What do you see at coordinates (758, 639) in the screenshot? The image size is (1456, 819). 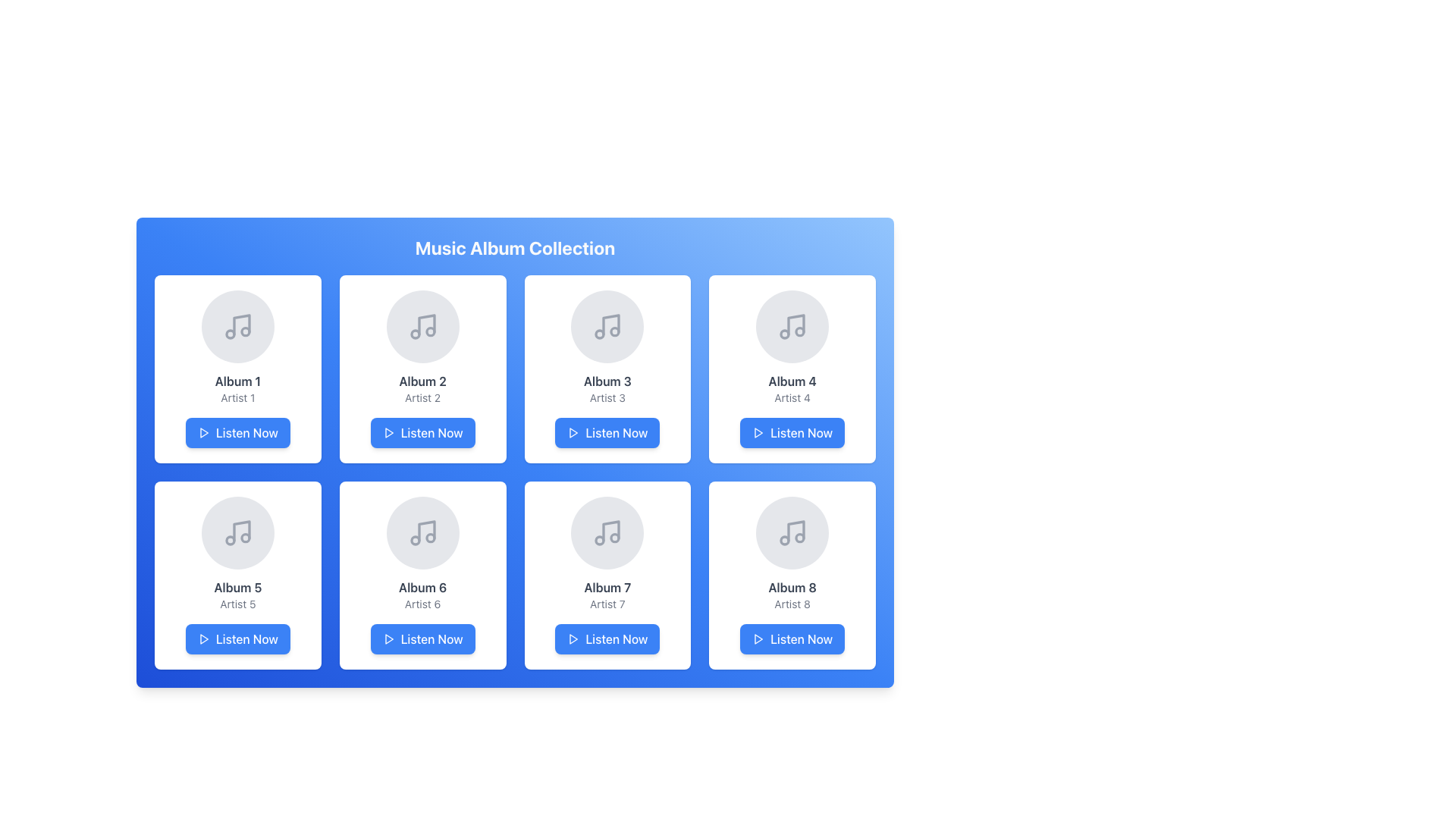 I see `the blue play icon located at the far left of the 'Listen Now' button under 'Album 8, Artist 8'` at bounding box center [758, 639].